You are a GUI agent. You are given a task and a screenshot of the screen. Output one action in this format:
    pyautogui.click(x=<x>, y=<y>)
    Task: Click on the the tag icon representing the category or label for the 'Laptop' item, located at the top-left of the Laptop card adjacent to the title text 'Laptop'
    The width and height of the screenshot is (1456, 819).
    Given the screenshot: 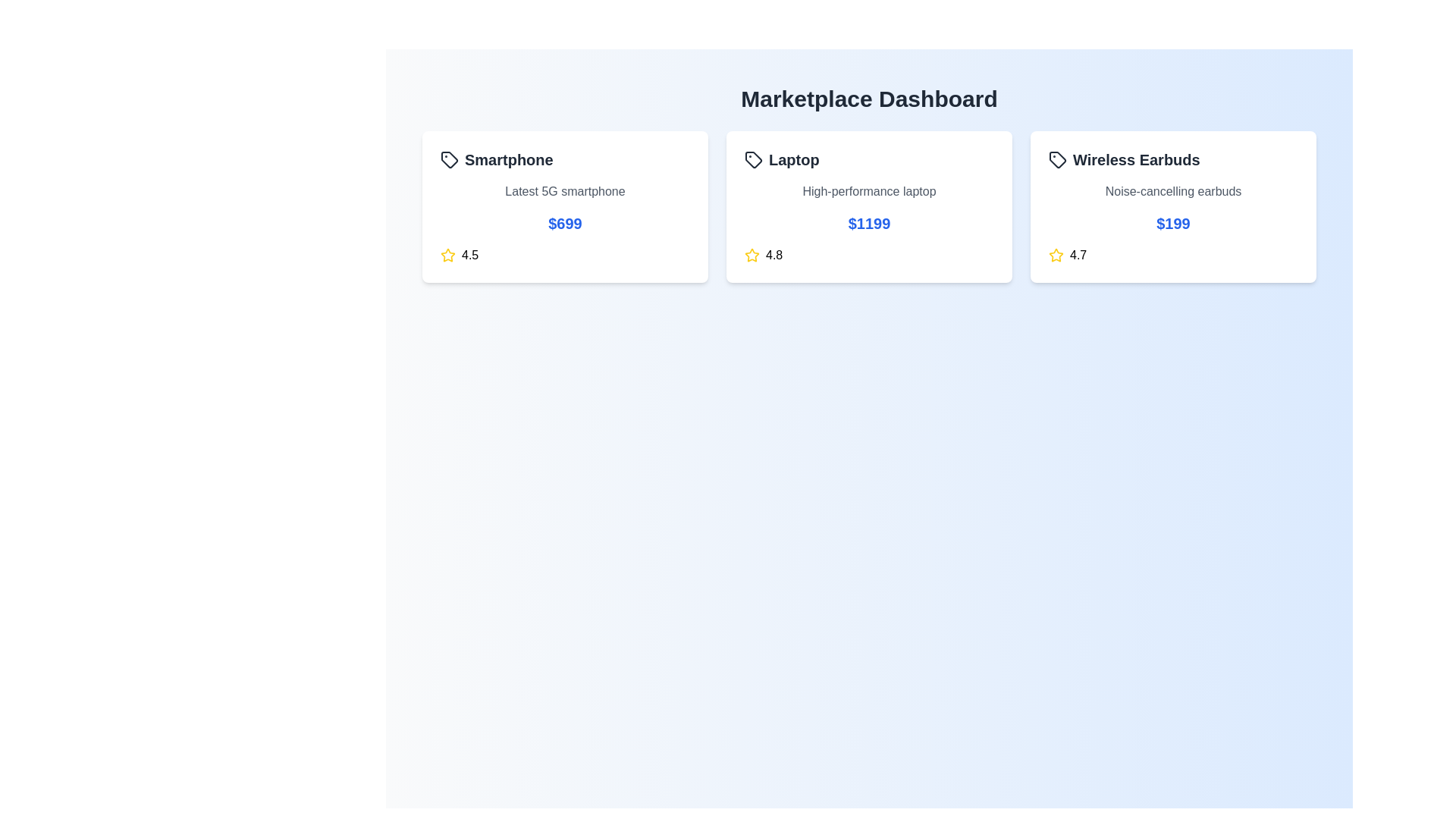 What is the action you would take?
    pyautogui.click(x=753, y=160)
    